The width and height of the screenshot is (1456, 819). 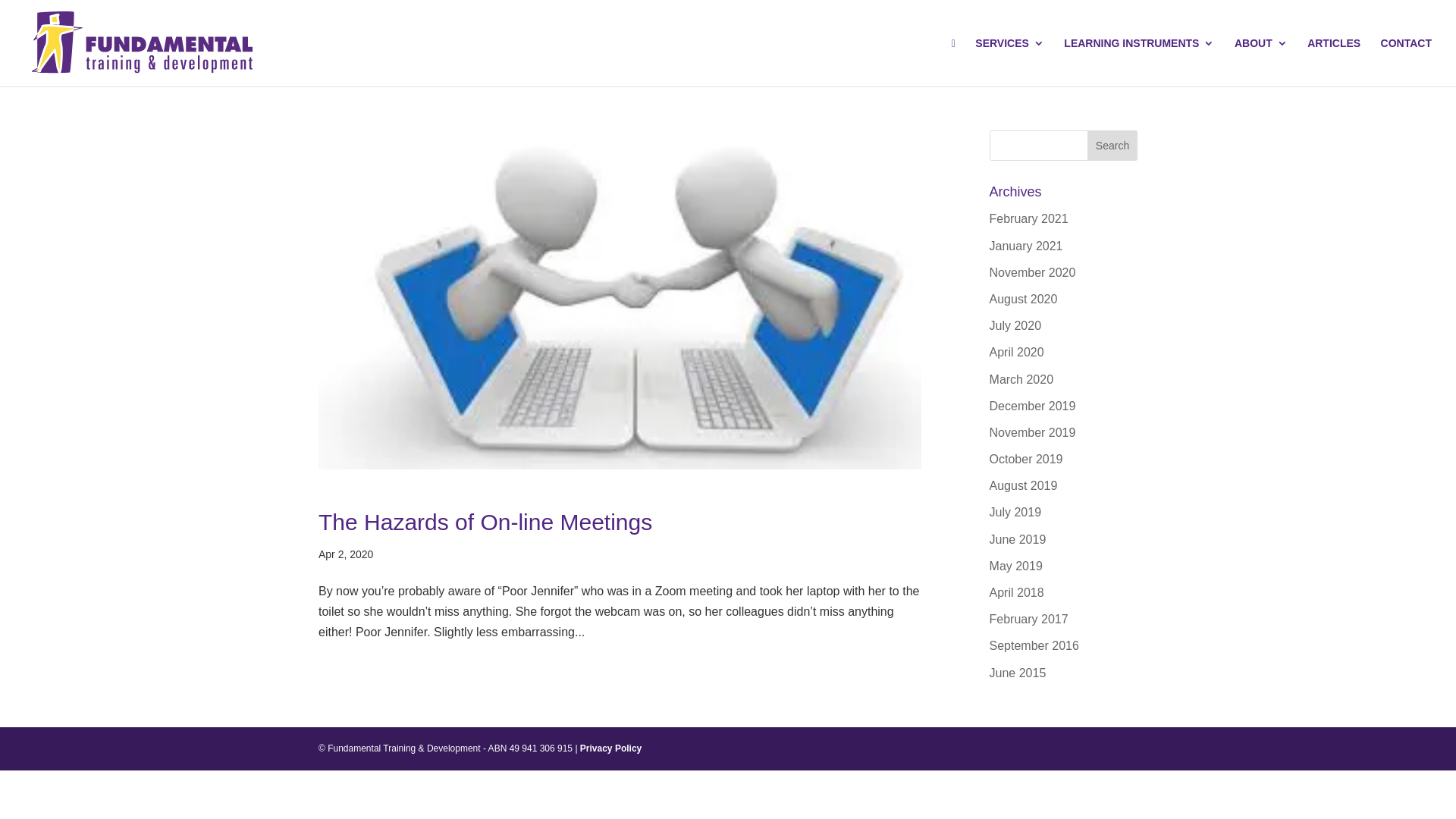 I want to click on 'May 2019', so click(x=1015, y=566).